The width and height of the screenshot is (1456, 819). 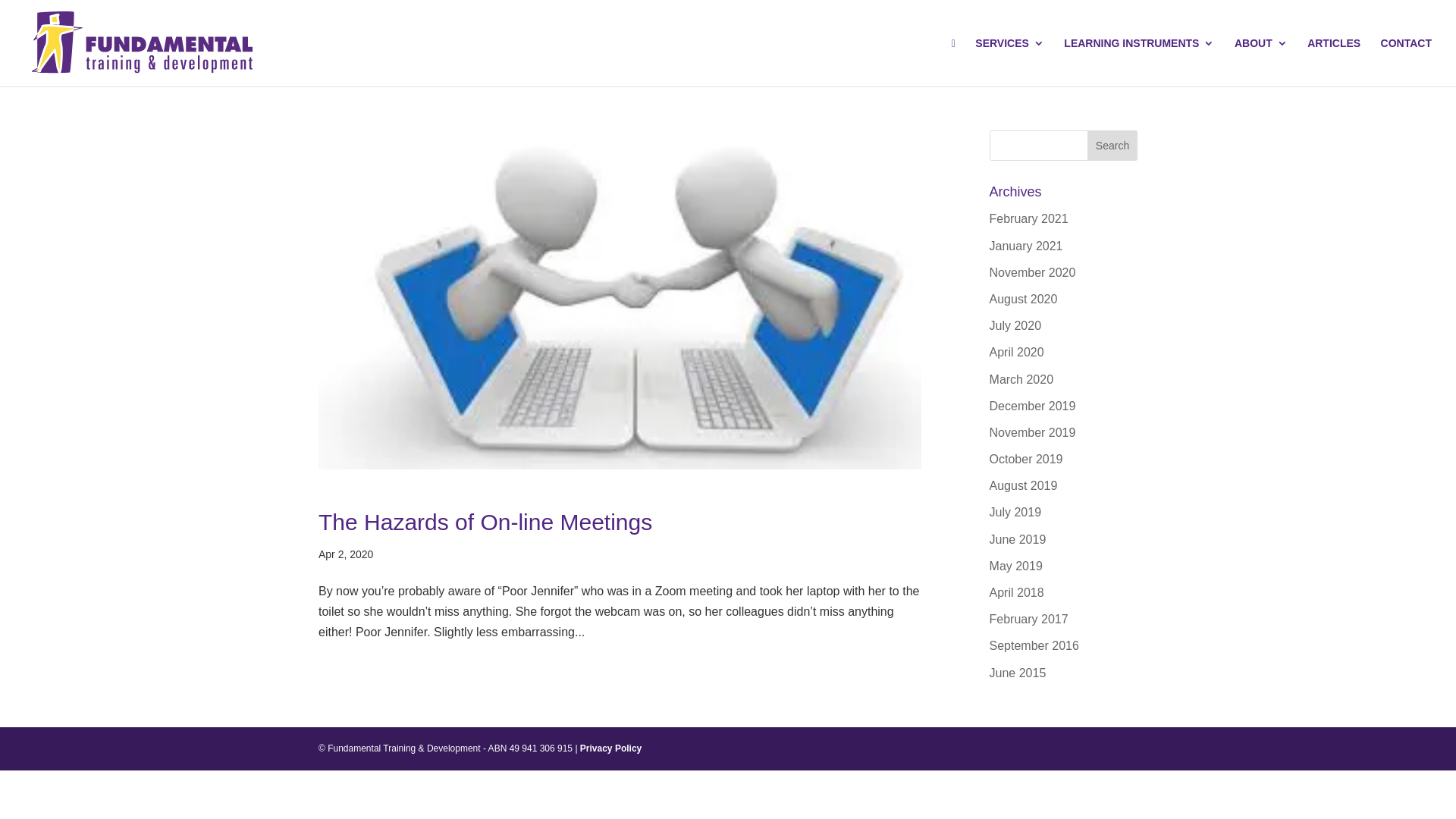 I want to click on 'May 2019', so click(x=1015, y=566).